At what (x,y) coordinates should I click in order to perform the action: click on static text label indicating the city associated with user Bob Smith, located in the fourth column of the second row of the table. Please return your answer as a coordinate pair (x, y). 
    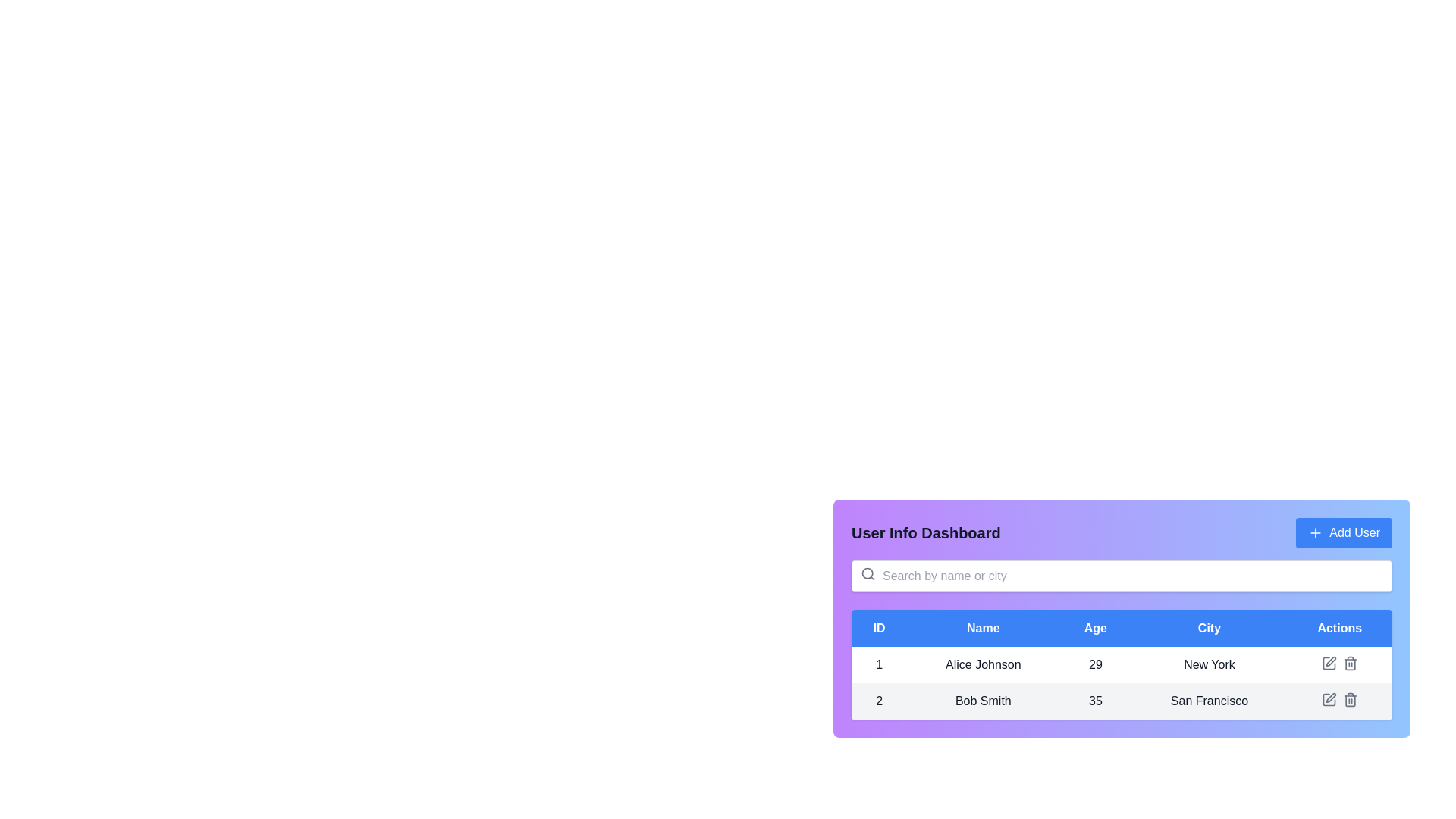
    Looking at the image, I should click on (1208, 701).